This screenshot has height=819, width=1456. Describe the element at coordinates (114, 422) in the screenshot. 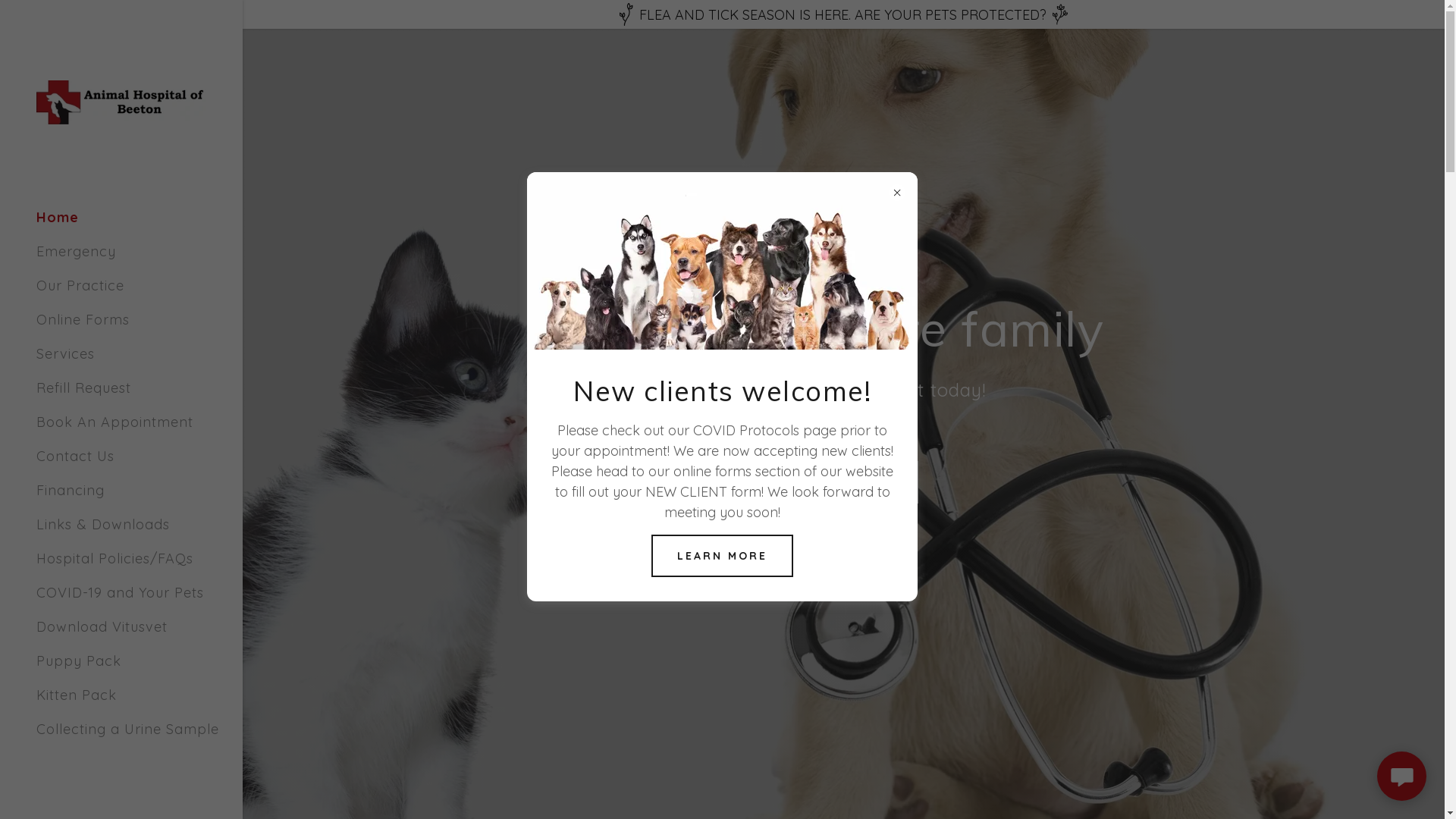

I see `'Book An Appointment'` at that location.